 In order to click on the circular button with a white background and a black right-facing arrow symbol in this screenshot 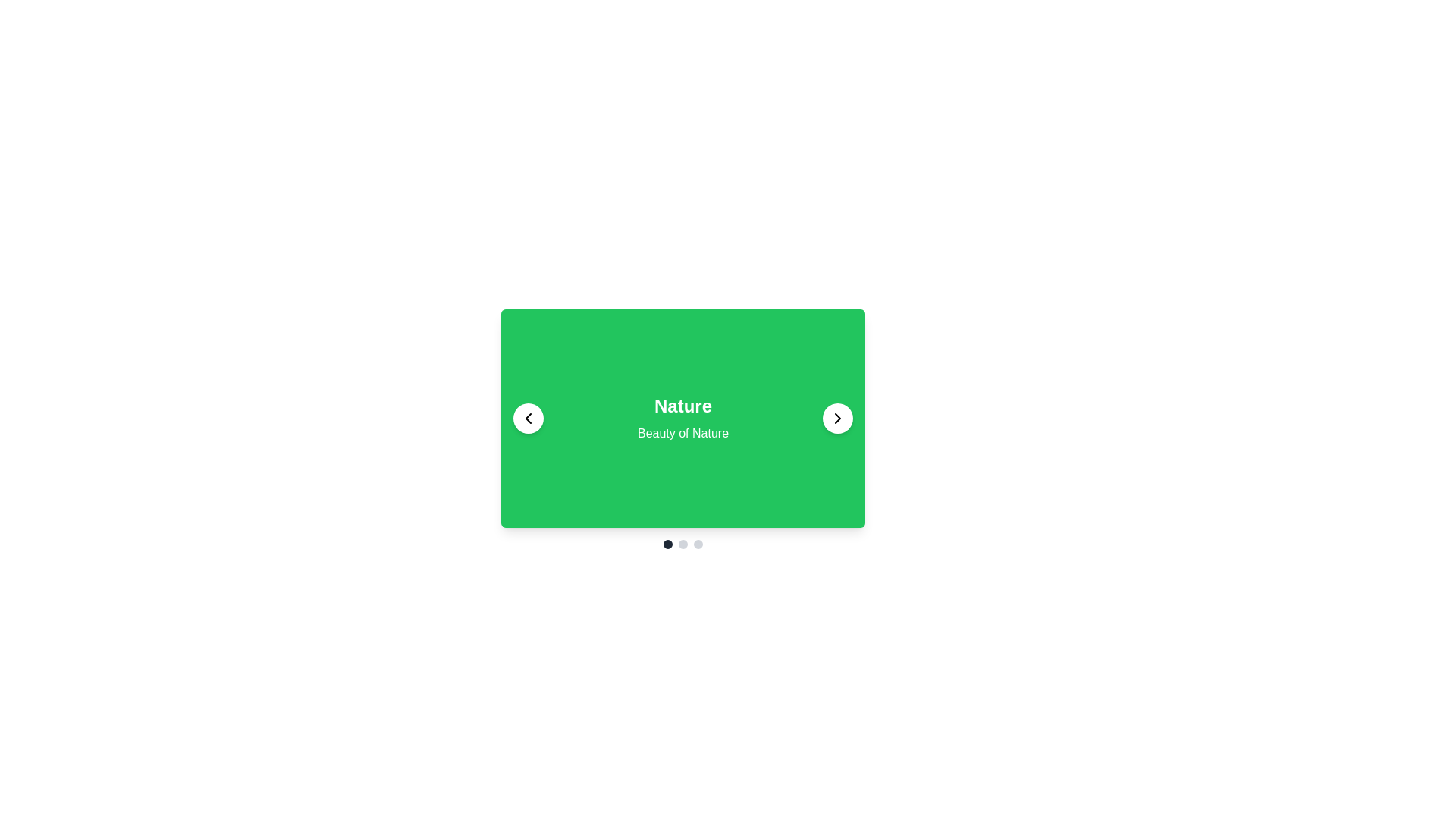, I will do `click(836, 418)`.